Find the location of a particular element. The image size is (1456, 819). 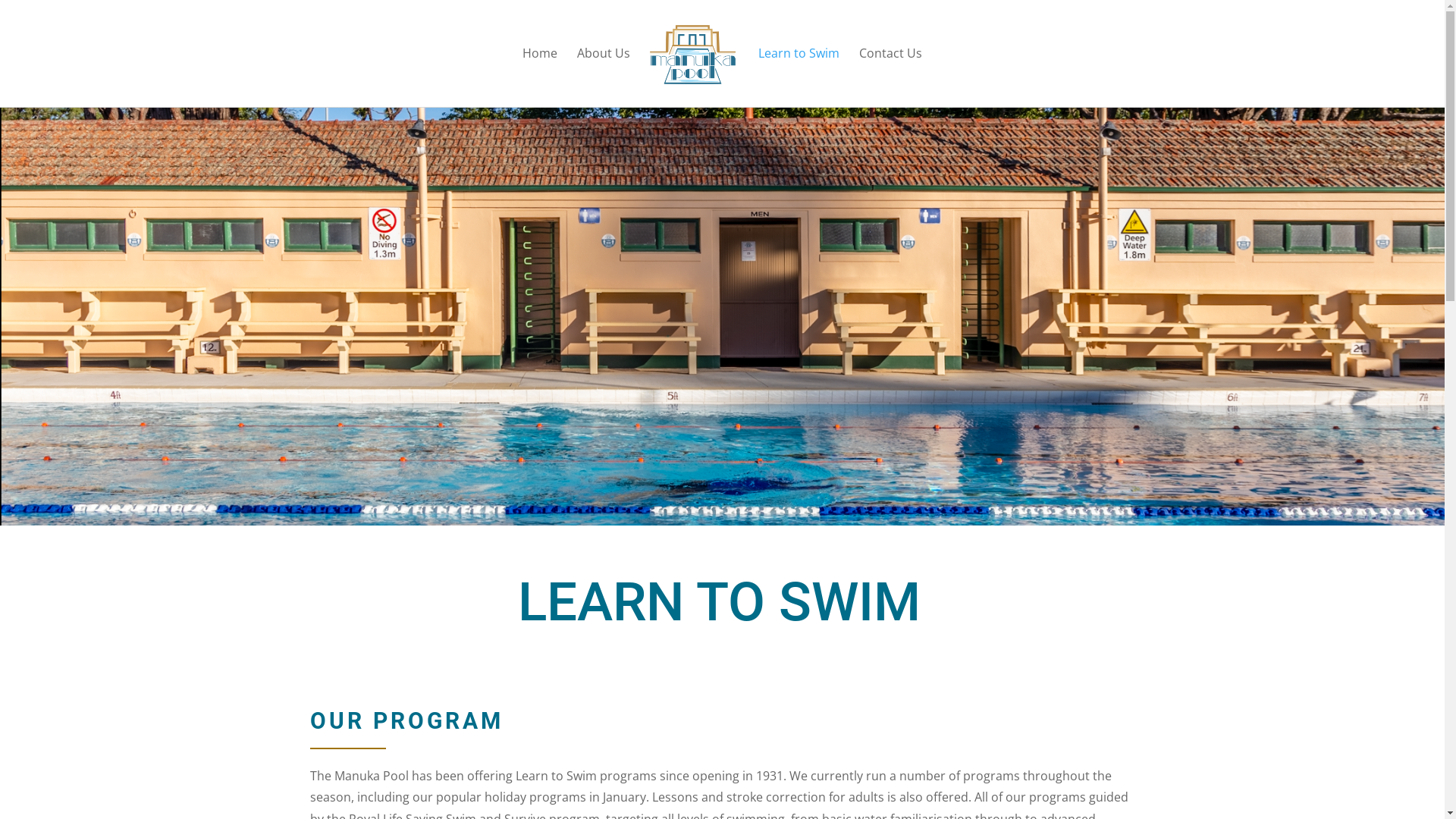

'Learn to Swim' is located at coordinates (798, 77).